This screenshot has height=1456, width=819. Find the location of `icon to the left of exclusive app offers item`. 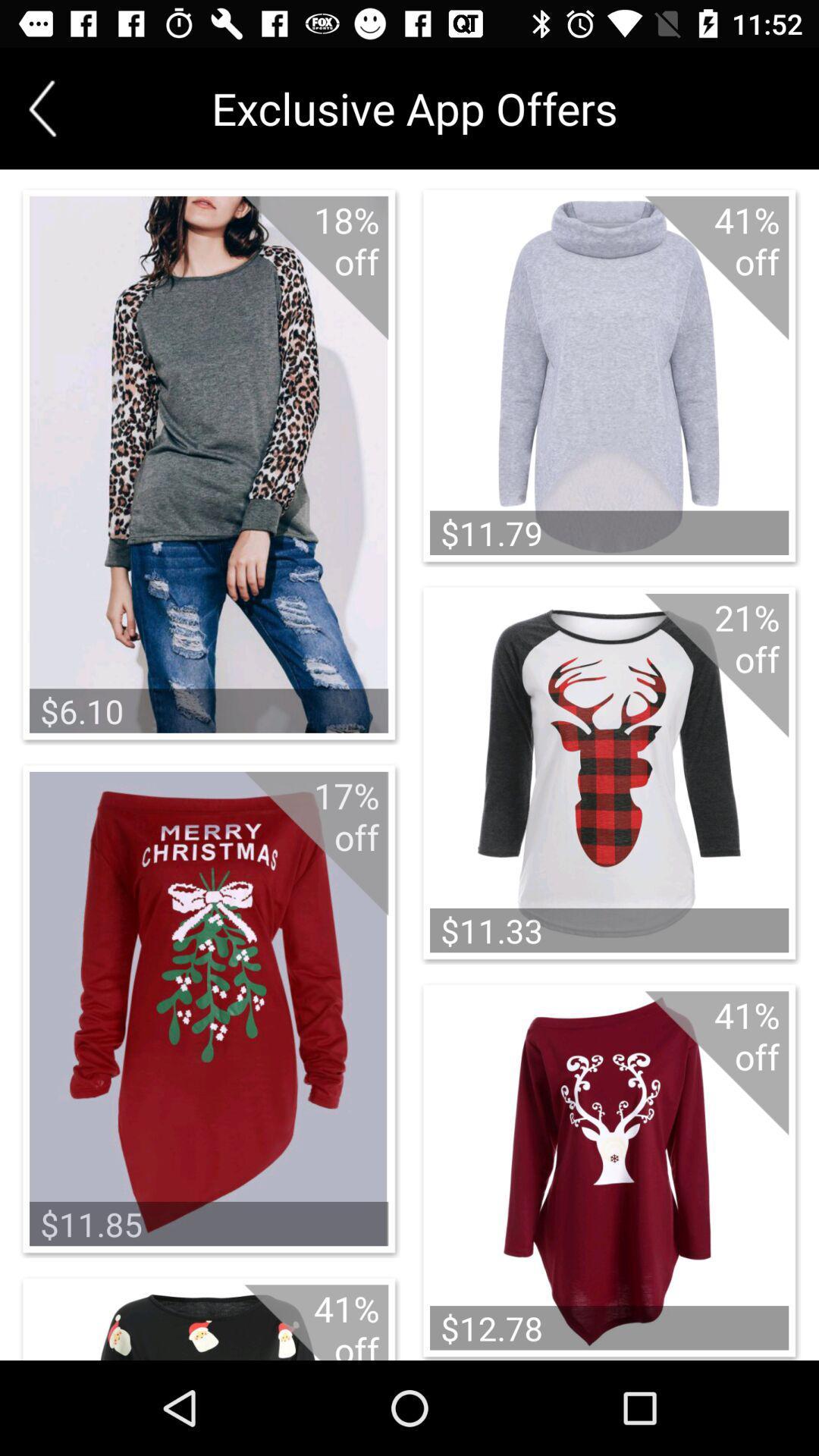

icon to the left of exclusive app offers item is located at coordinates (42, 108).